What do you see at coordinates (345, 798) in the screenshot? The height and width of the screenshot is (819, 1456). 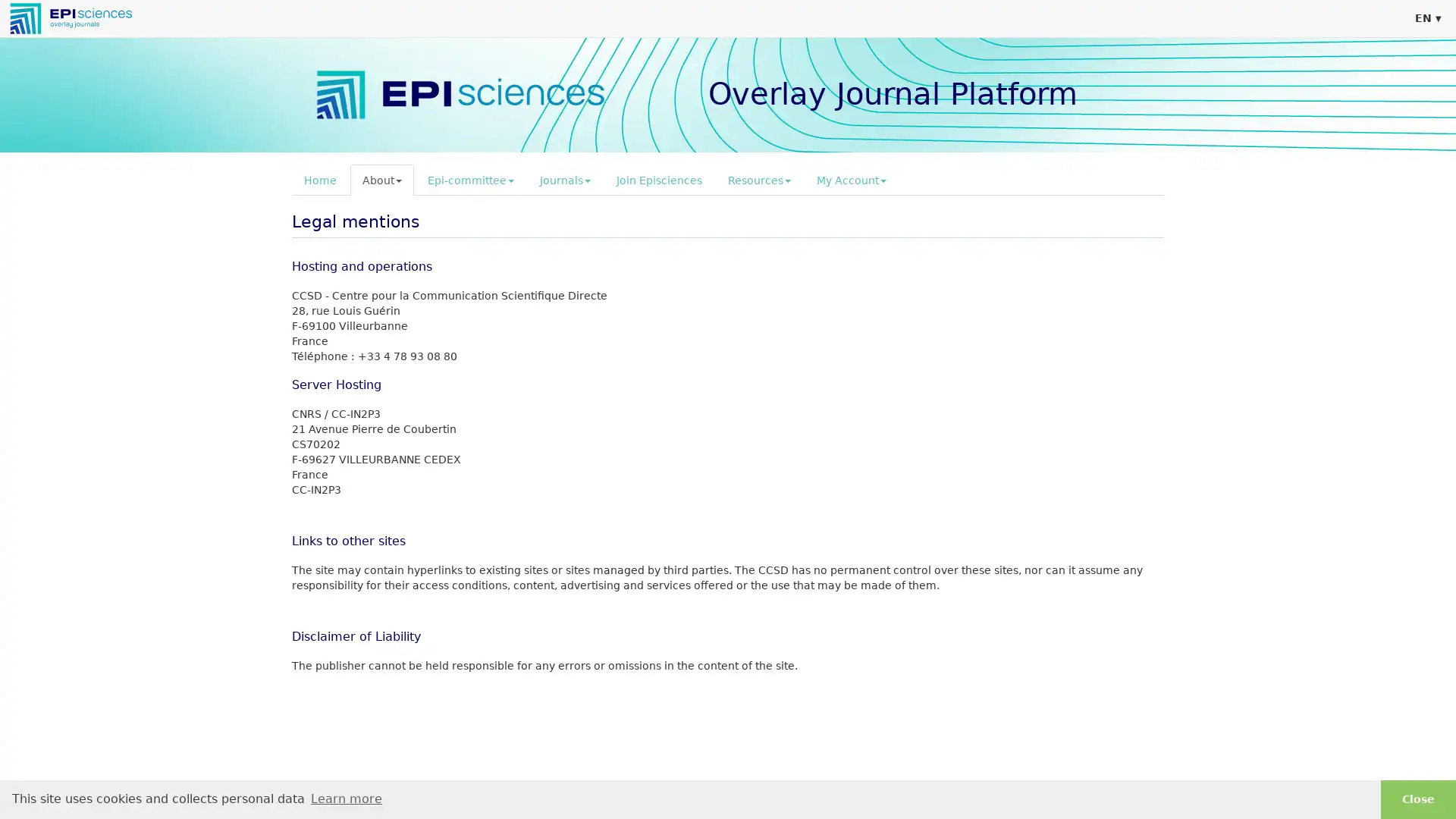 I see `learn more about cookies` at bounding box center [345, 798].